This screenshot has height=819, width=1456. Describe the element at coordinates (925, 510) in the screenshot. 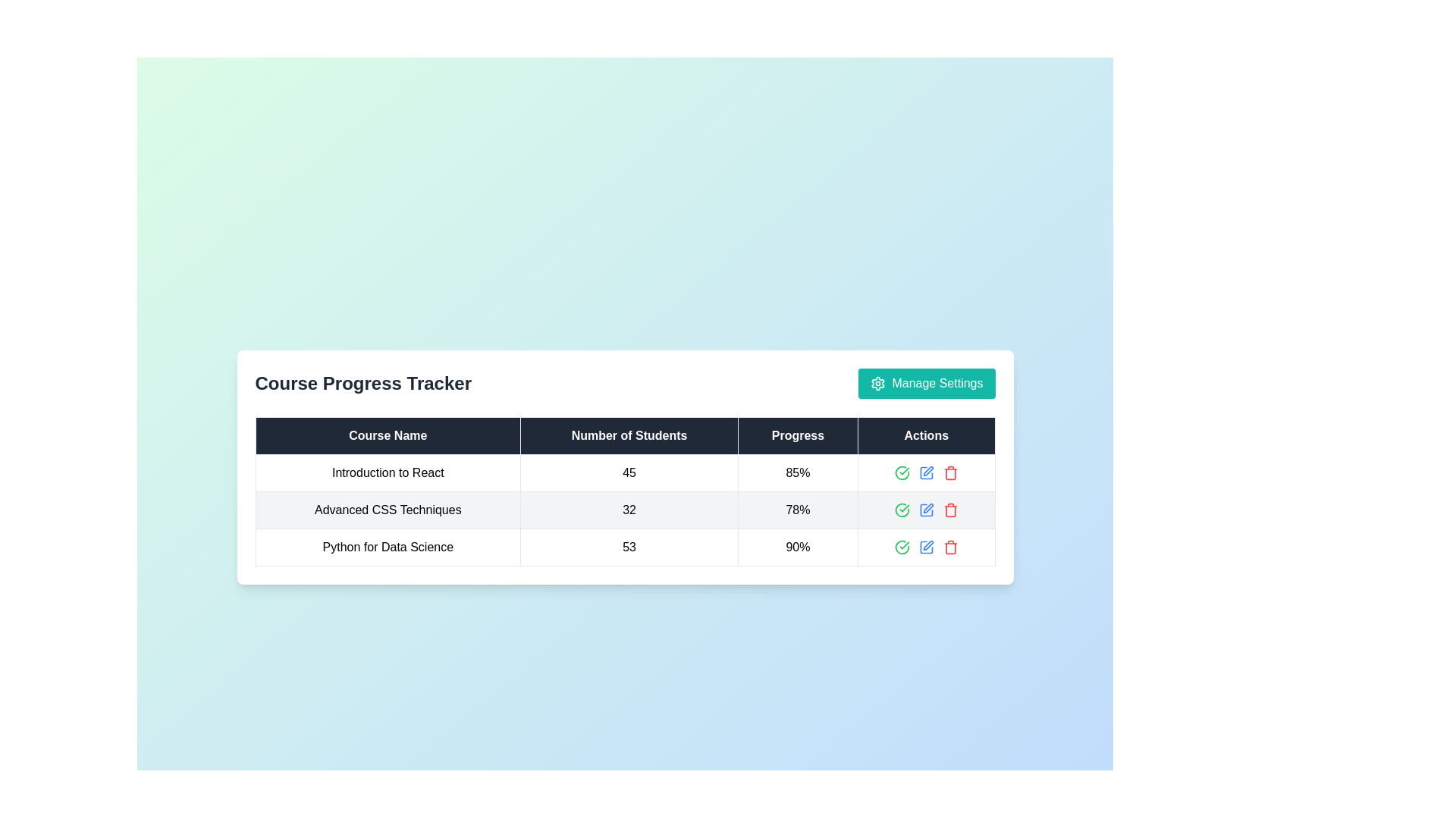

I see `the blue pen icon button located in the second row under the 'Actions' column` at that location.